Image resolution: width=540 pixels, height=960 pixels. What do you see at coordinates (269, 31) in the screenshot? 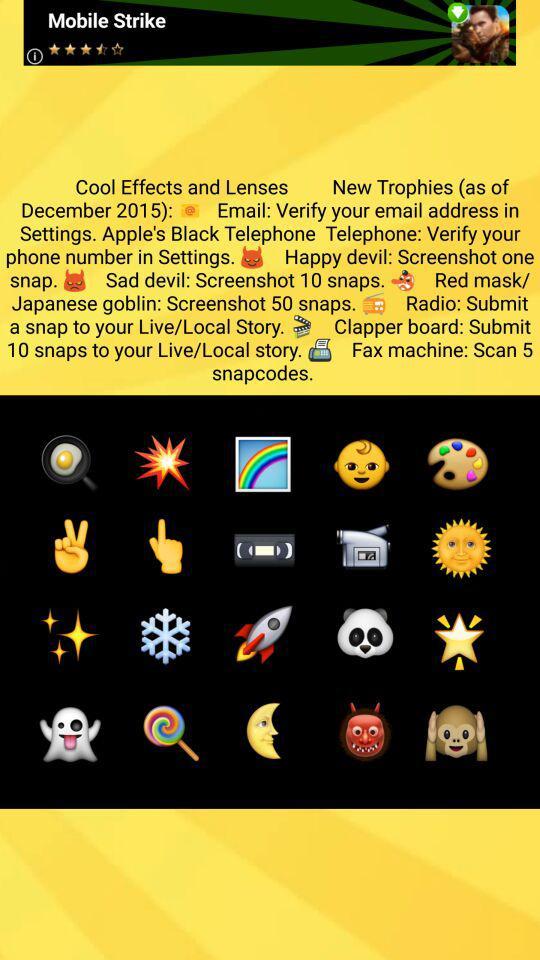
I see `icon above cool effects and item` at bounding box center [269, 31].